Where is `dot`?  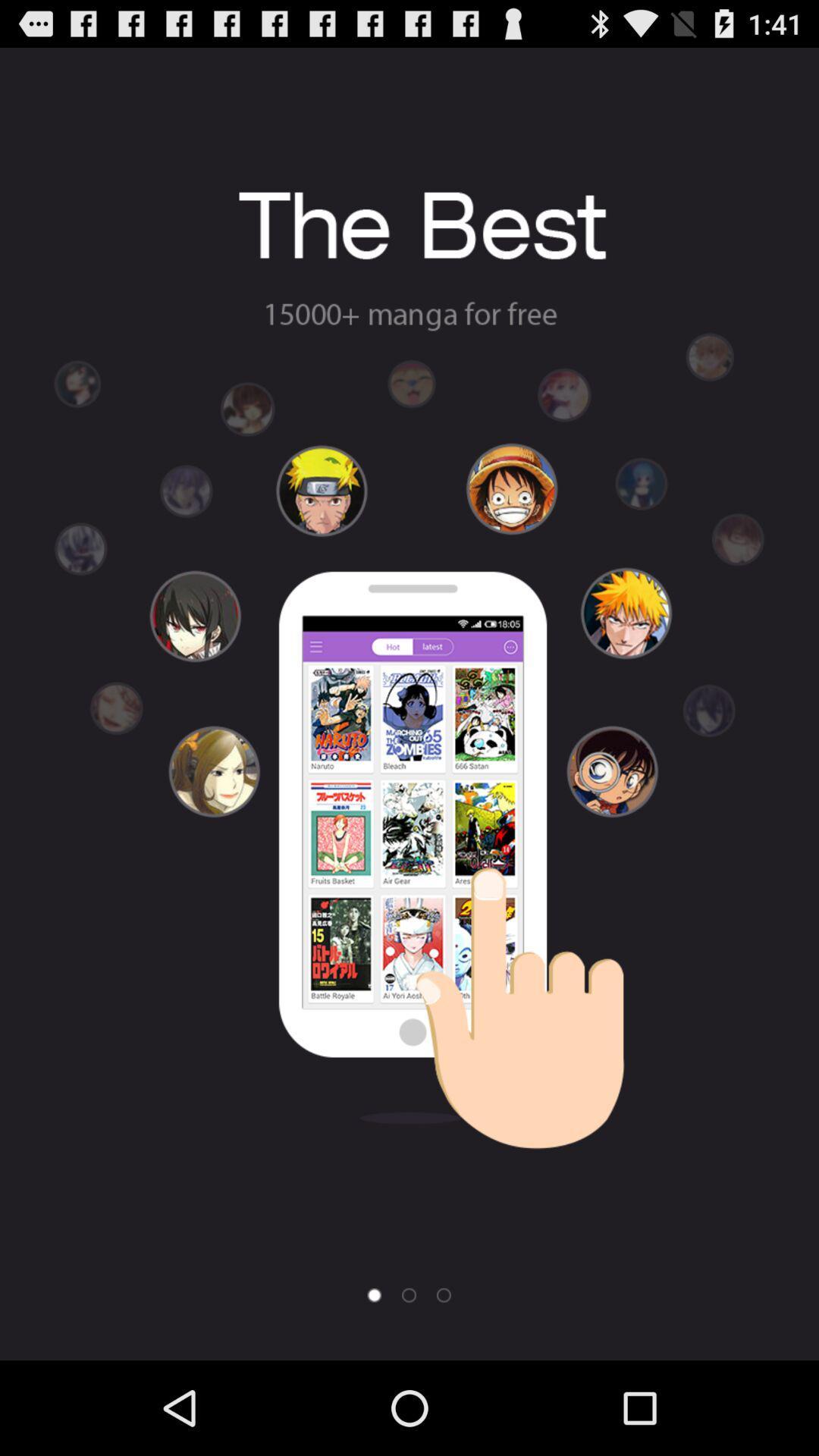 dot is located at coordinates (444, 1294).